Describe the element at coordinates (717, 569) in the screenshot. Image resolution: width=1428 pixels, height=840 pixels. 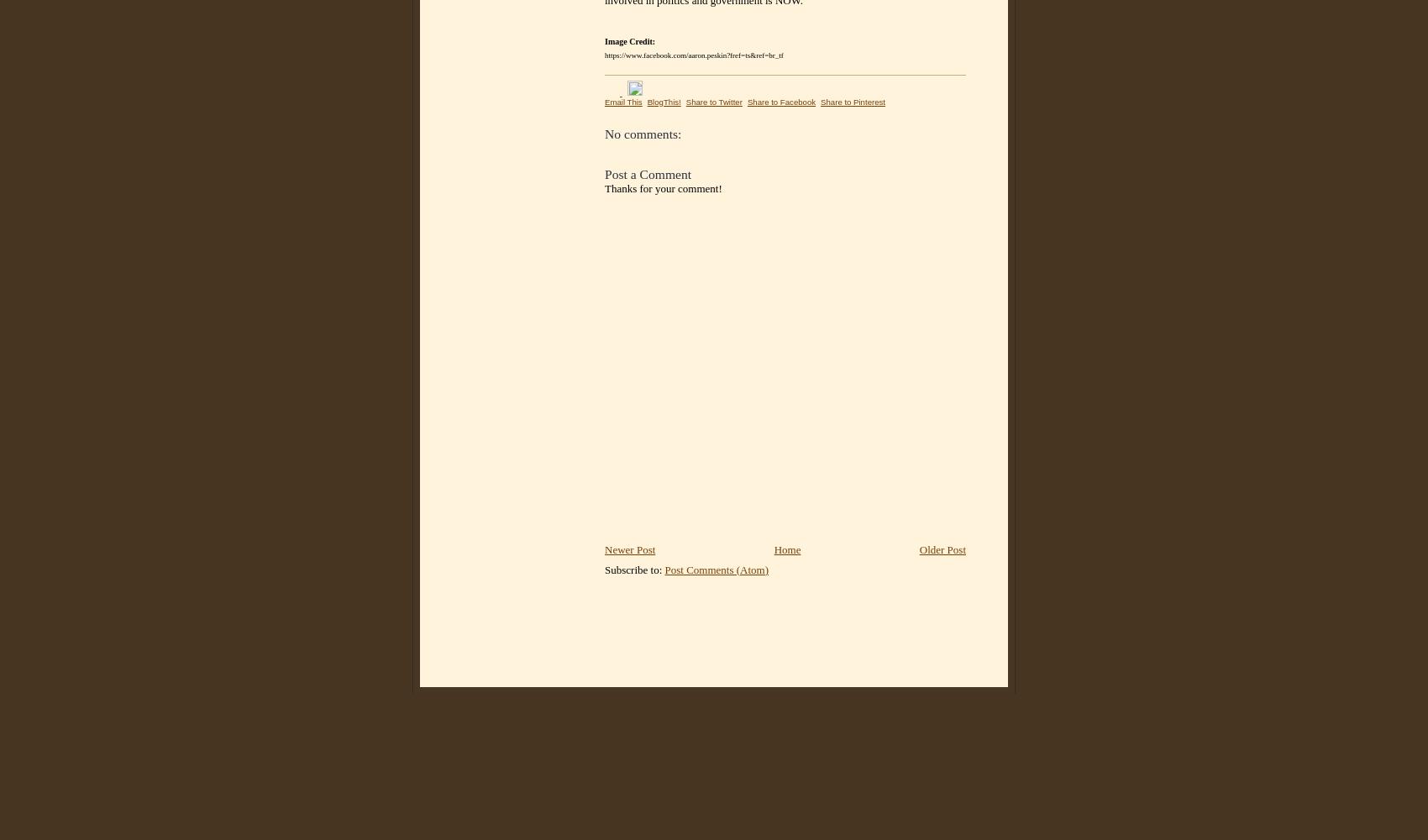
I see `'Post Comments (Atom)'` at that location.